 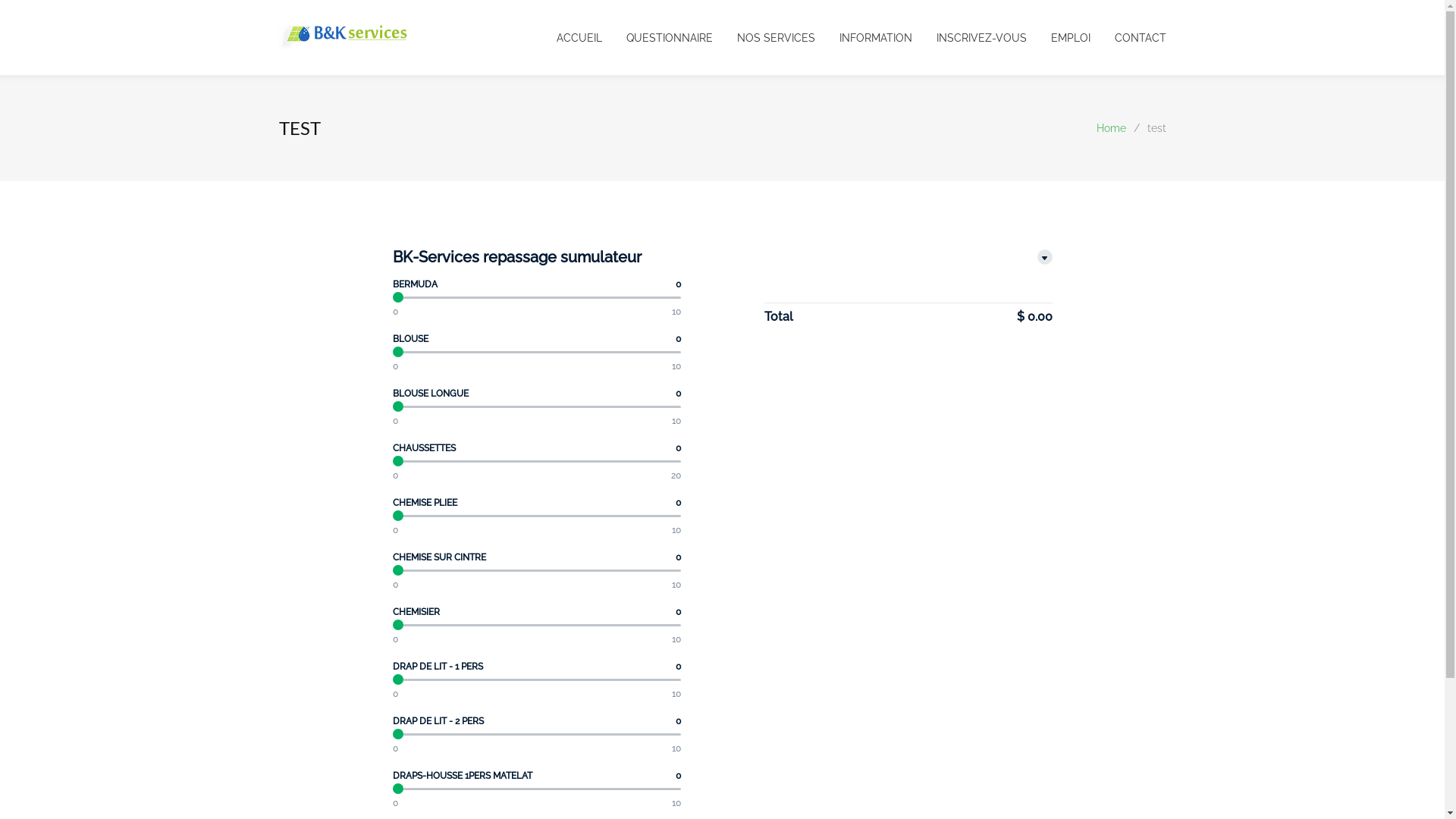 What do you see at coordinates (1090, 36) in the screenshot?
I see `'CONTACT'` at bounding box center [1090, 36].